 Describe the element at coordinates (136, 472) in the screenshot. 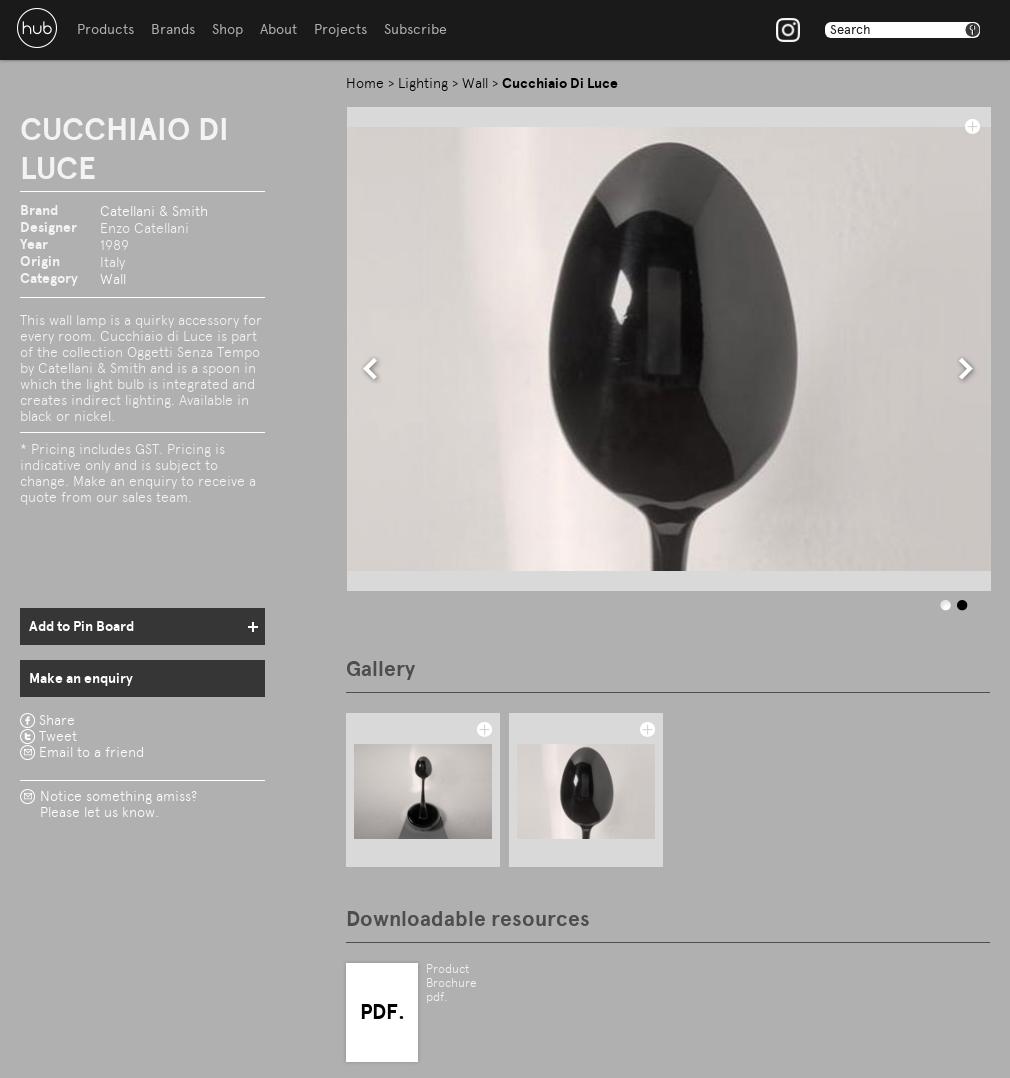

I see `'* Pricing includes GST. Pricing is indicative only and is subject to change. Make an enquiry to receive a quote from our sales team.'` at that location.